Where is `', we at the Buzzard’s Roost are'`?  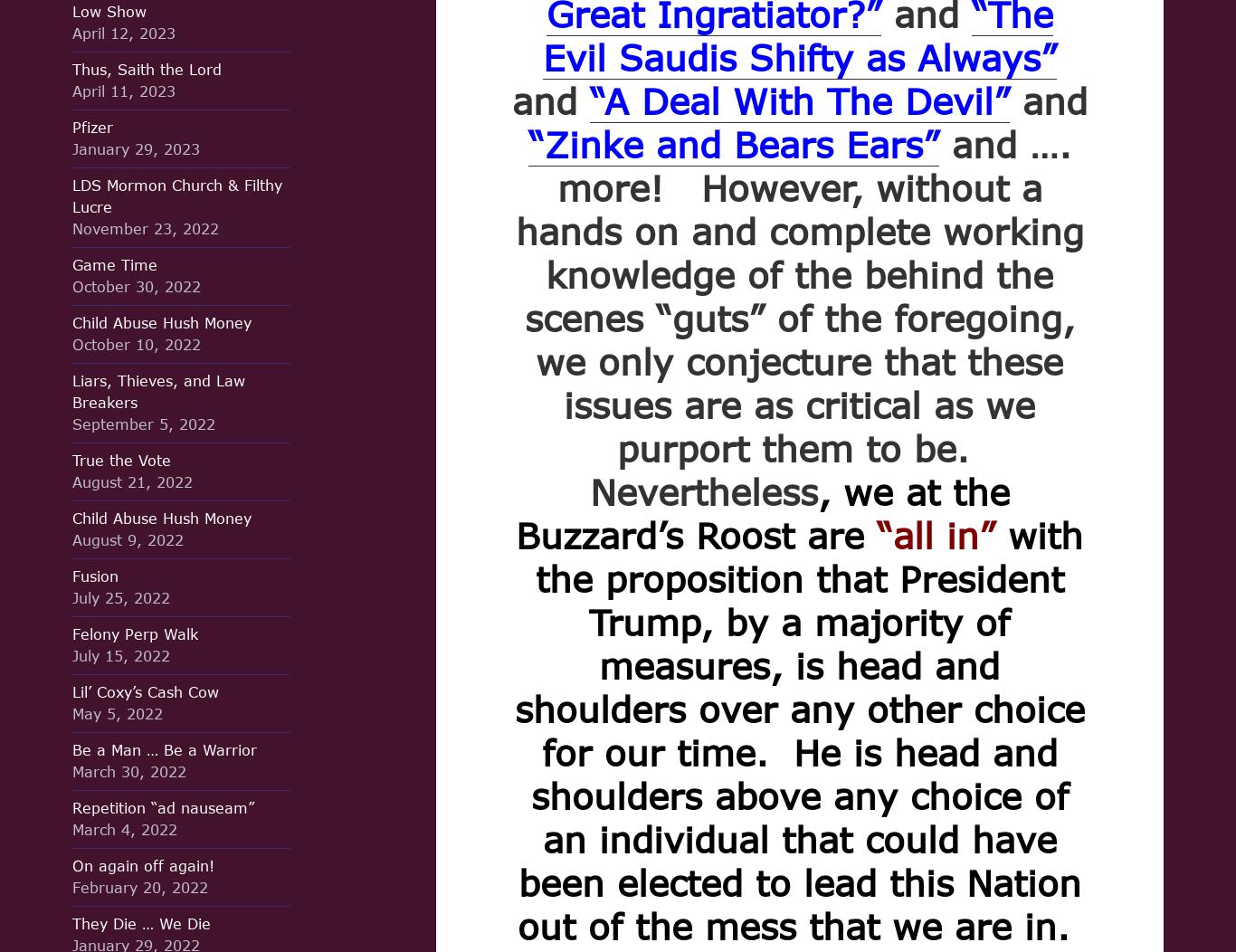
', we at the Buzzard’s Roost are' is located at coordinates (761, 513).